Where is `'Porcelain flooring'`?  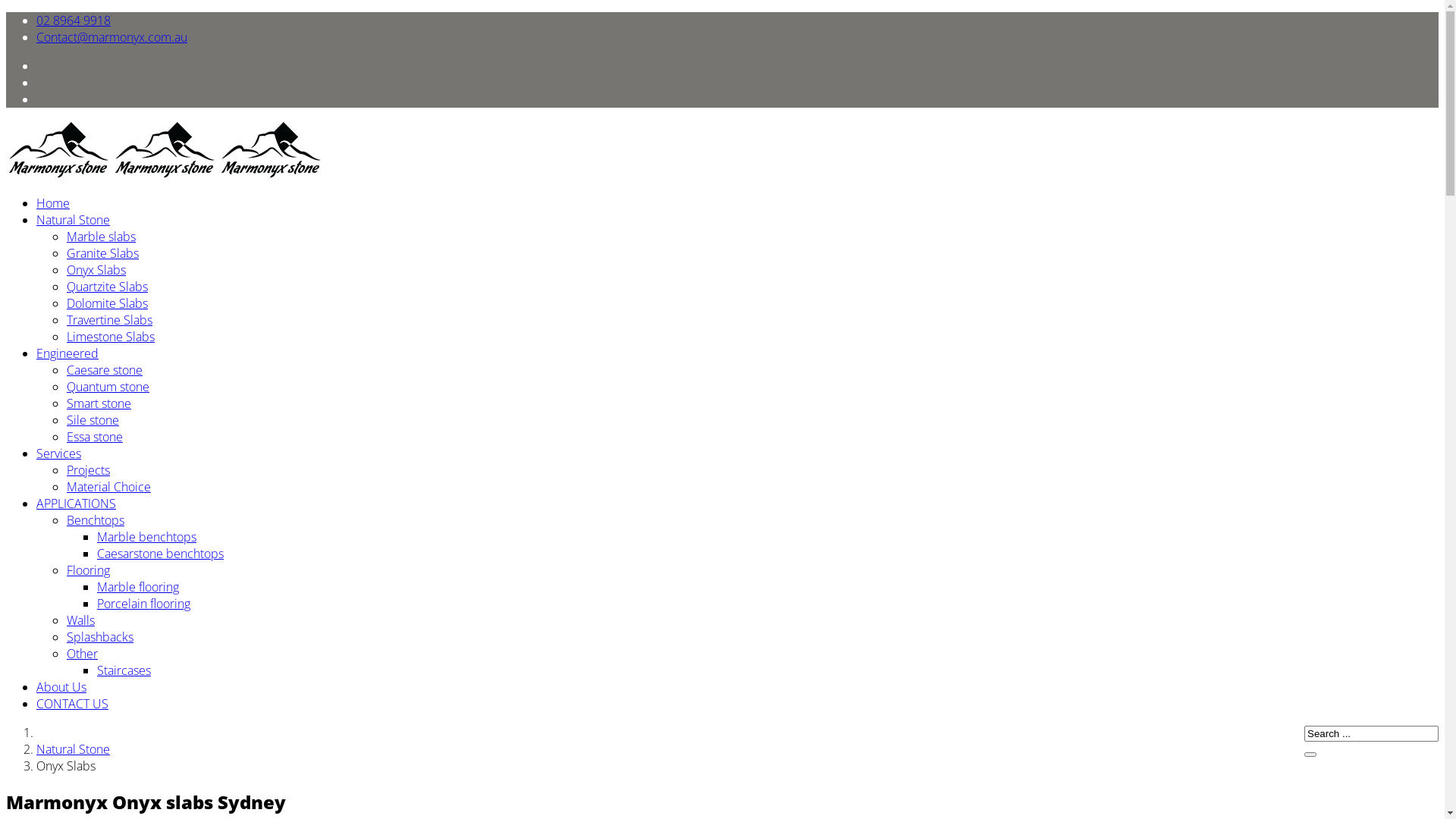 'Porcelain flooring' is located at coordinates (143, 602).